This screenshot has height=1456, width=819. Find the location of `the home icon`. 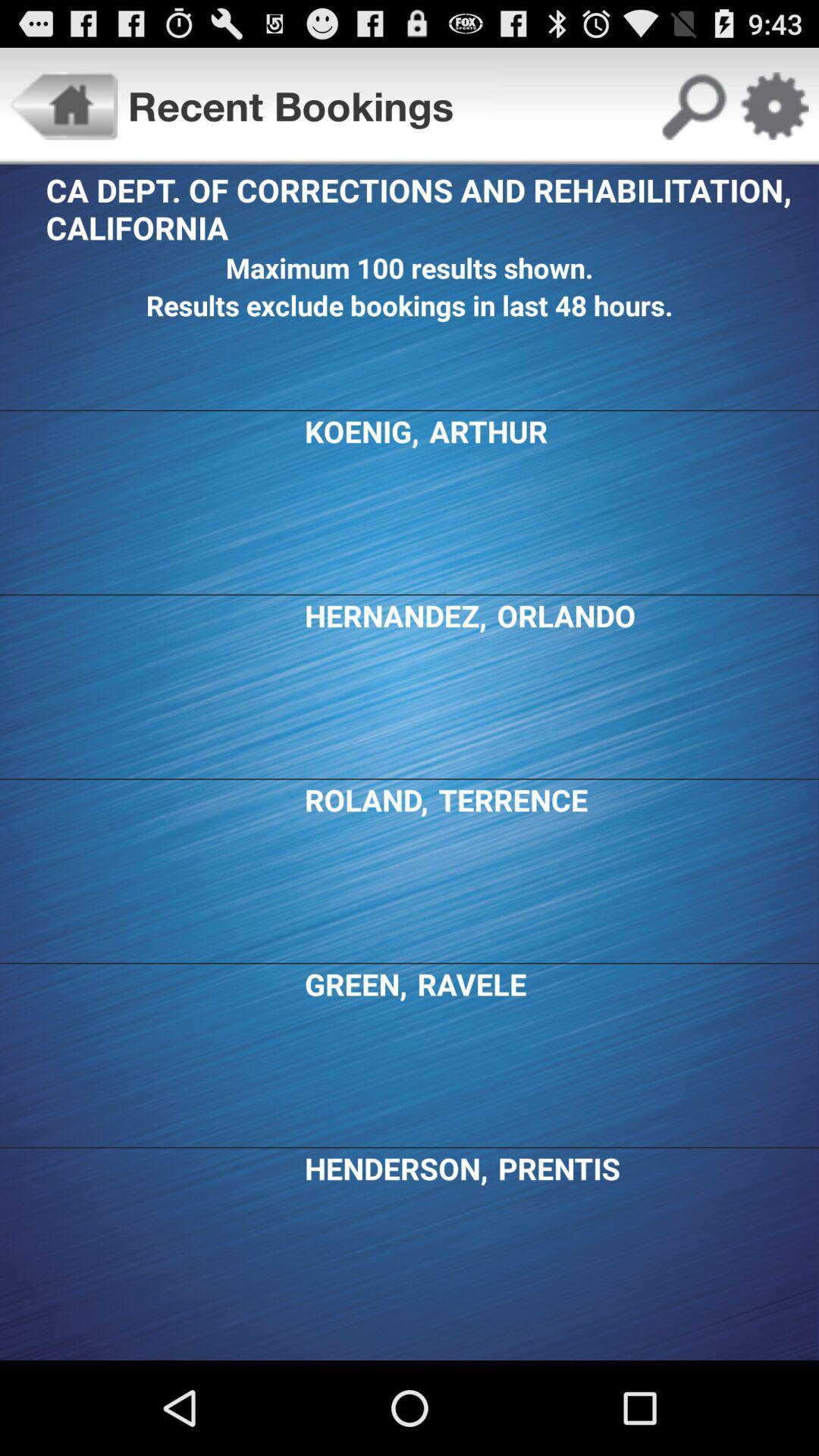

the home icon is located at coordinates (63, 112).